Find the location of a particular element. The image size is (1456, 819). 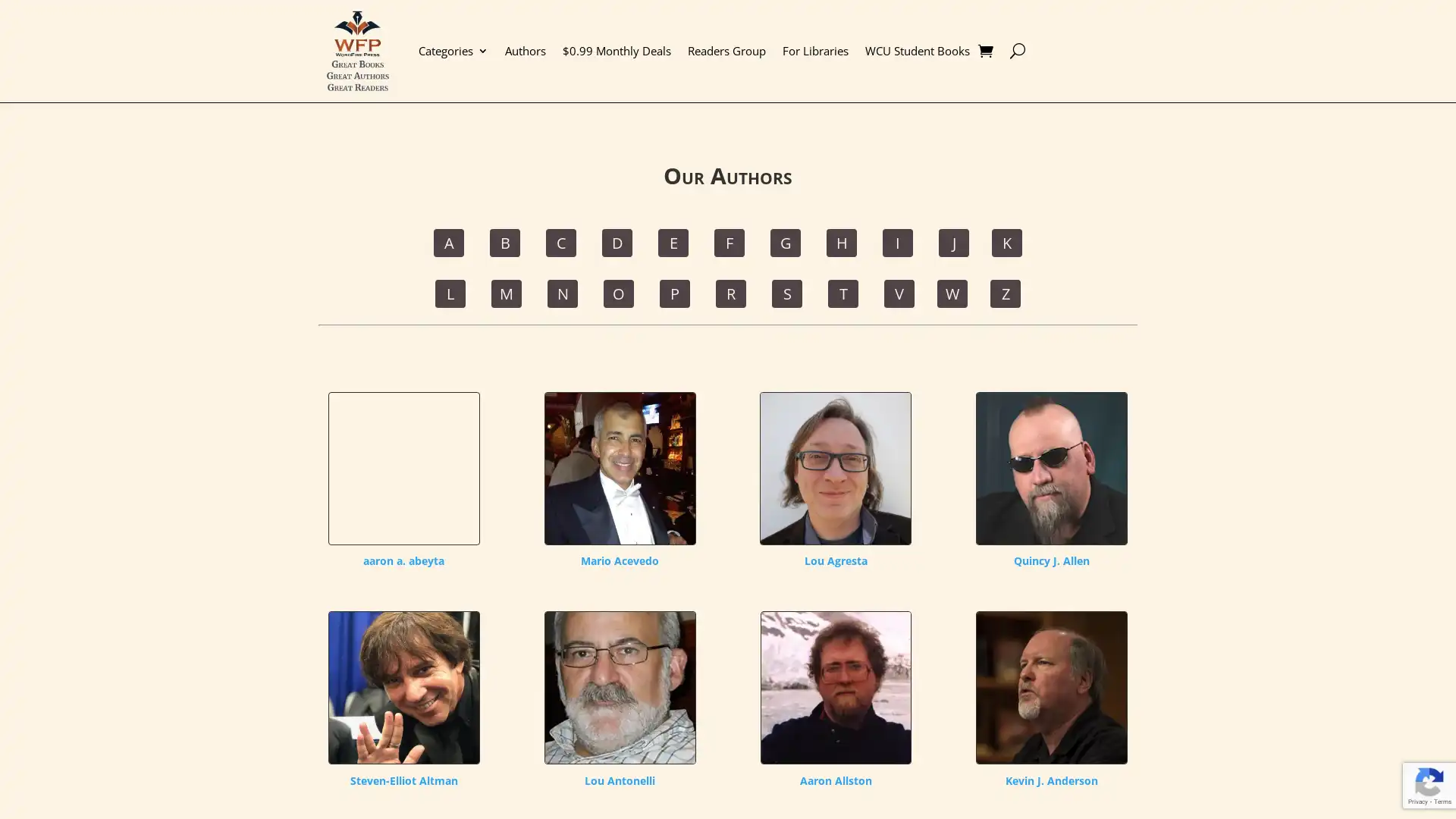

H is located at coordinates (840, 241).